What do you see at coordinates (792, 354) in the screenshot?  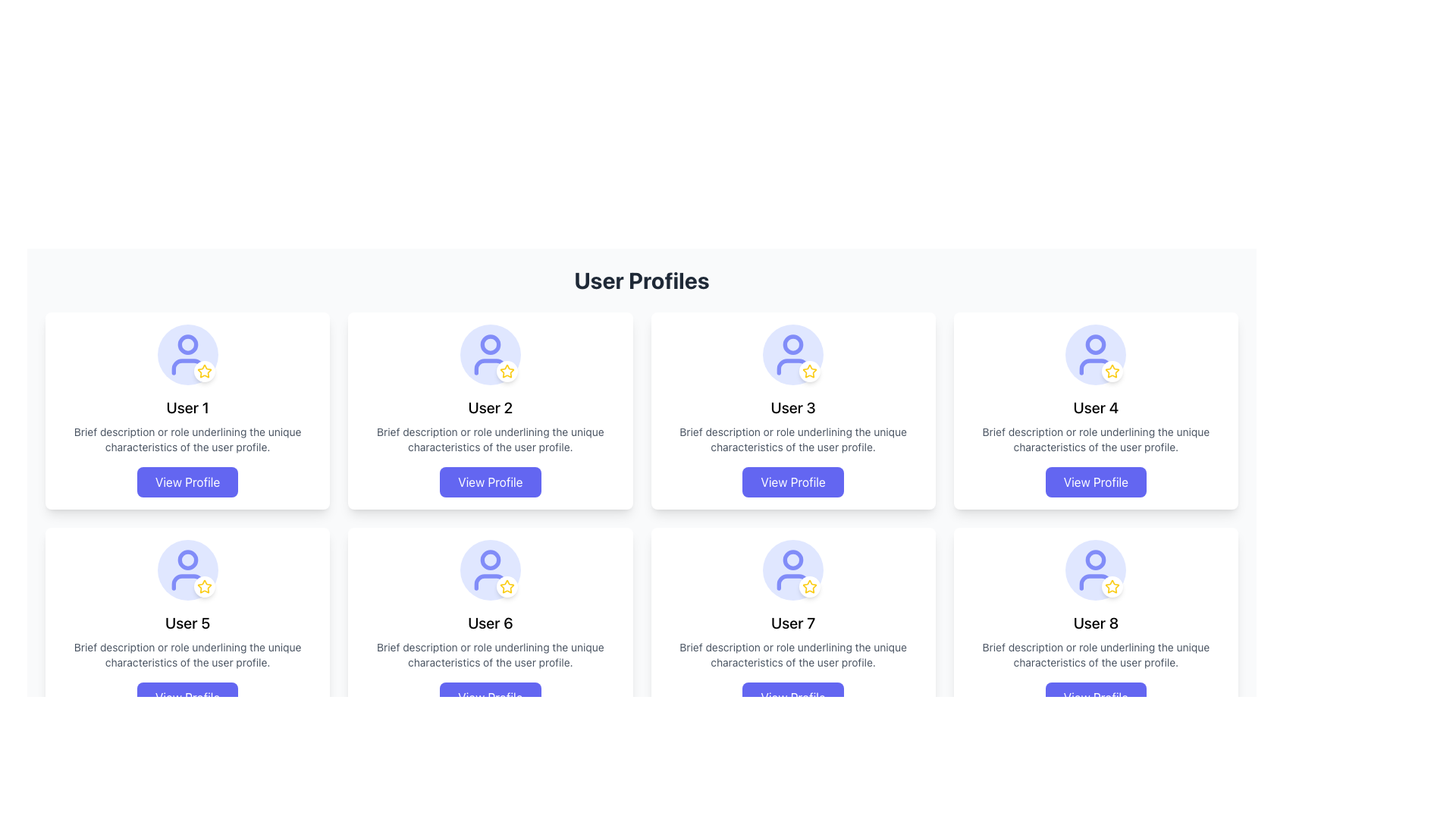 I see `the user profile SVG icon located in the third profile card at the top row for possible interaction` at bounding box center [792, 354].